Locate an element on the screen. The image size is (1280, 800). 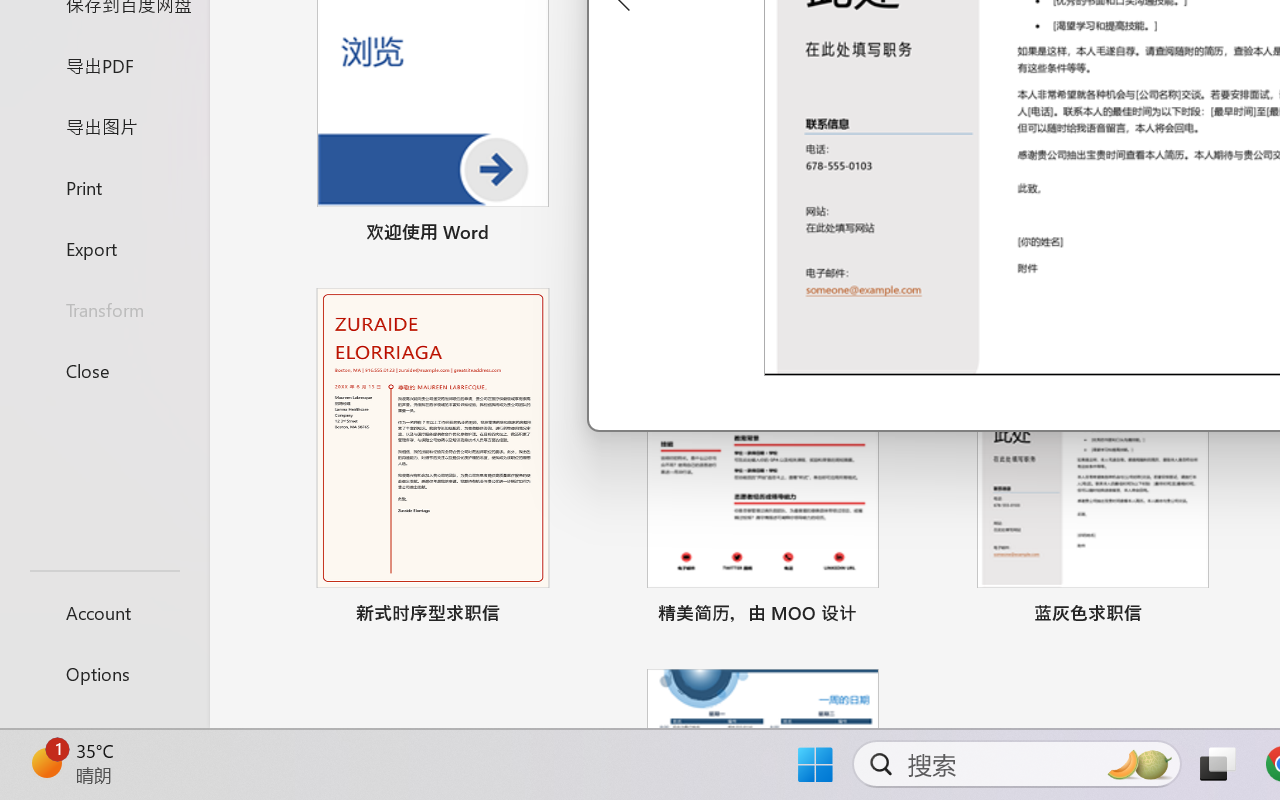
'Transform' is located at coordinates (103, 308).